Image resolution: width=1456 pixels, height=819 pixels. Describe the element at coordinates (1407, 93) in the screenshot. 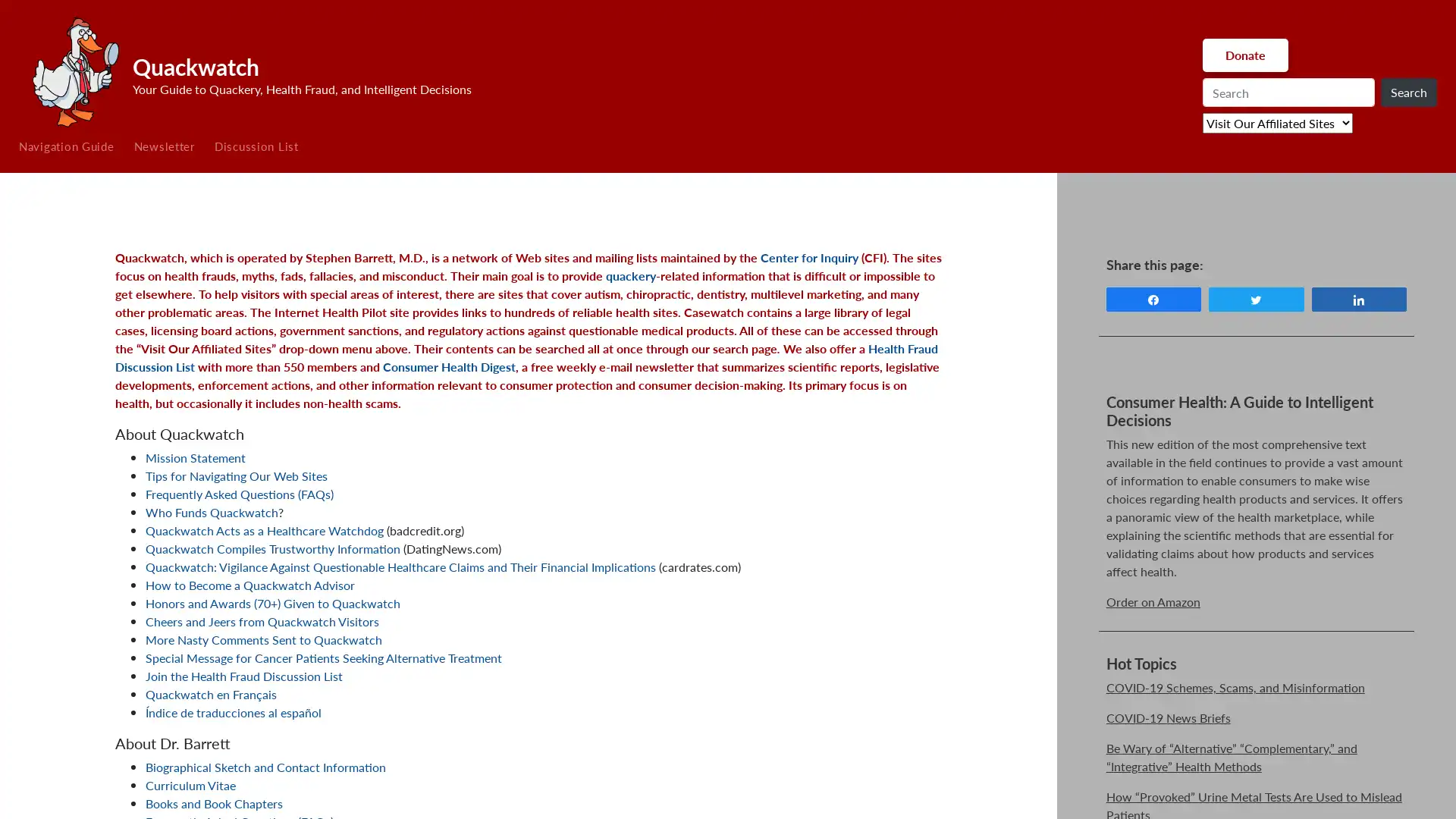

I see `Search` at that location.